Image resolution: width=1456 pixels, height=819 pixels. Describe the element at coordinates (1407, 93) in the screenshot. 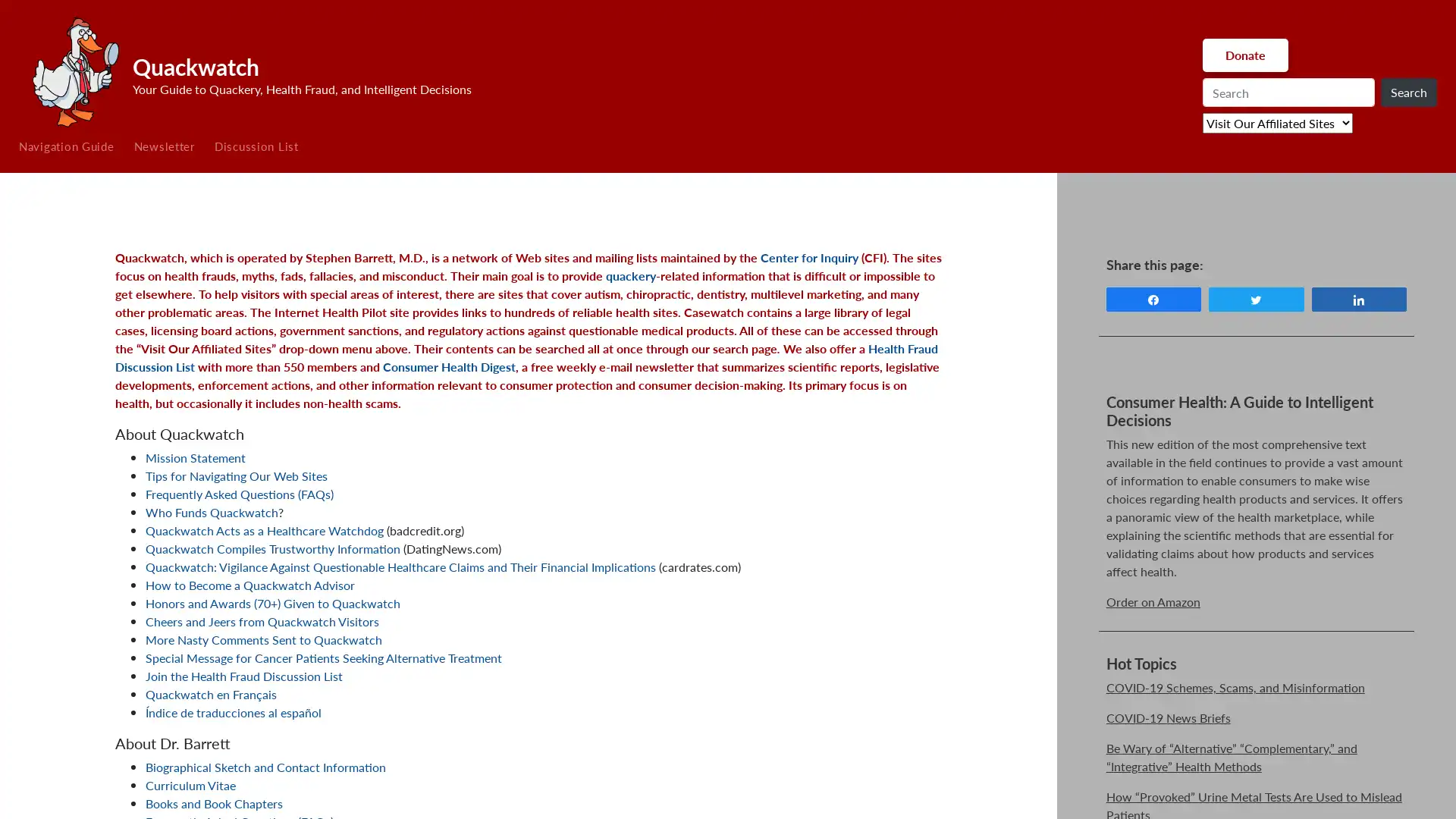

I see `Search` at that location.